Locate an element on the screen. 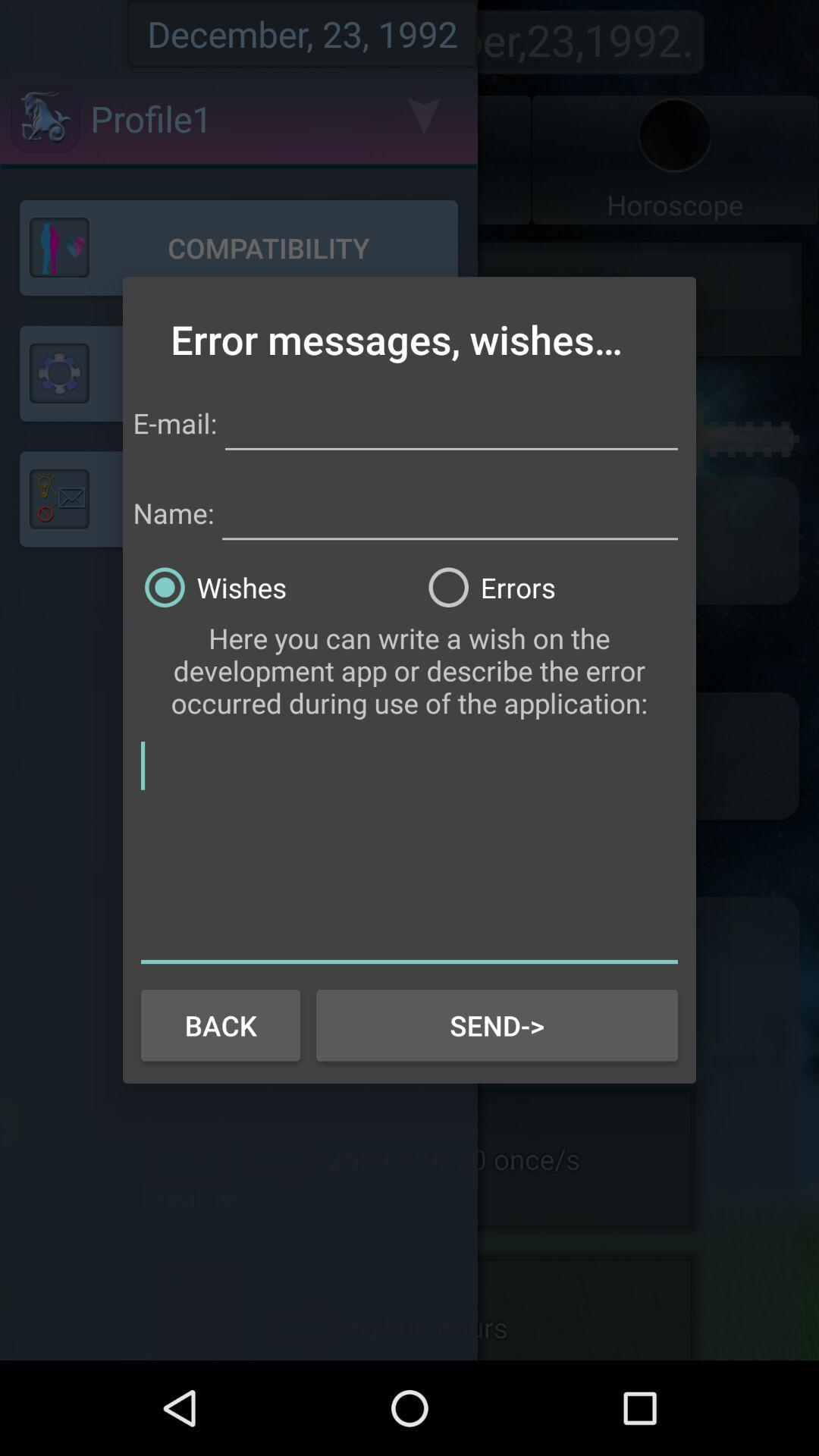  name is located at coordinates (449, 510).